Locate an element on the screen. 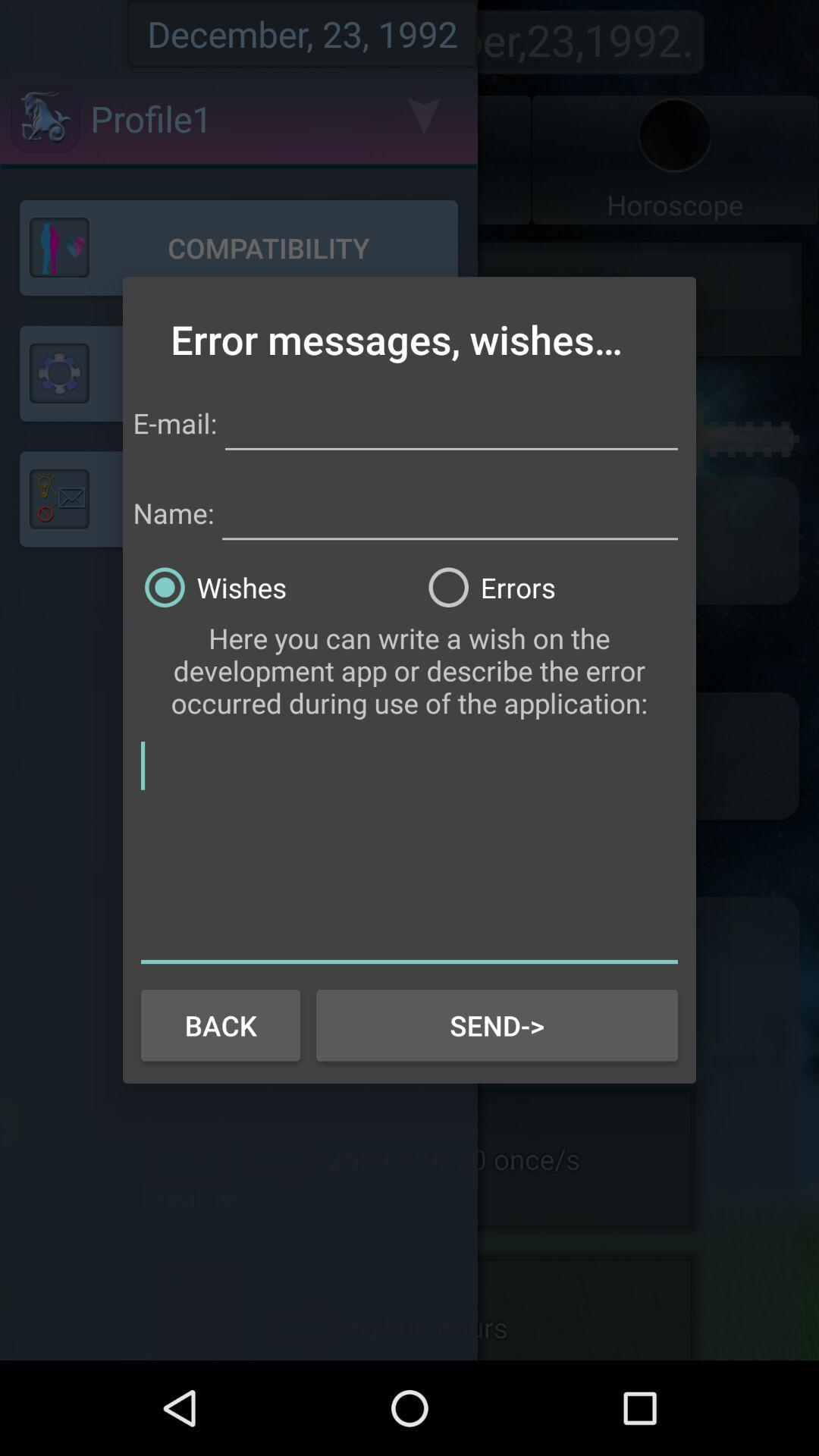  name is located at coordinates (449, 510).